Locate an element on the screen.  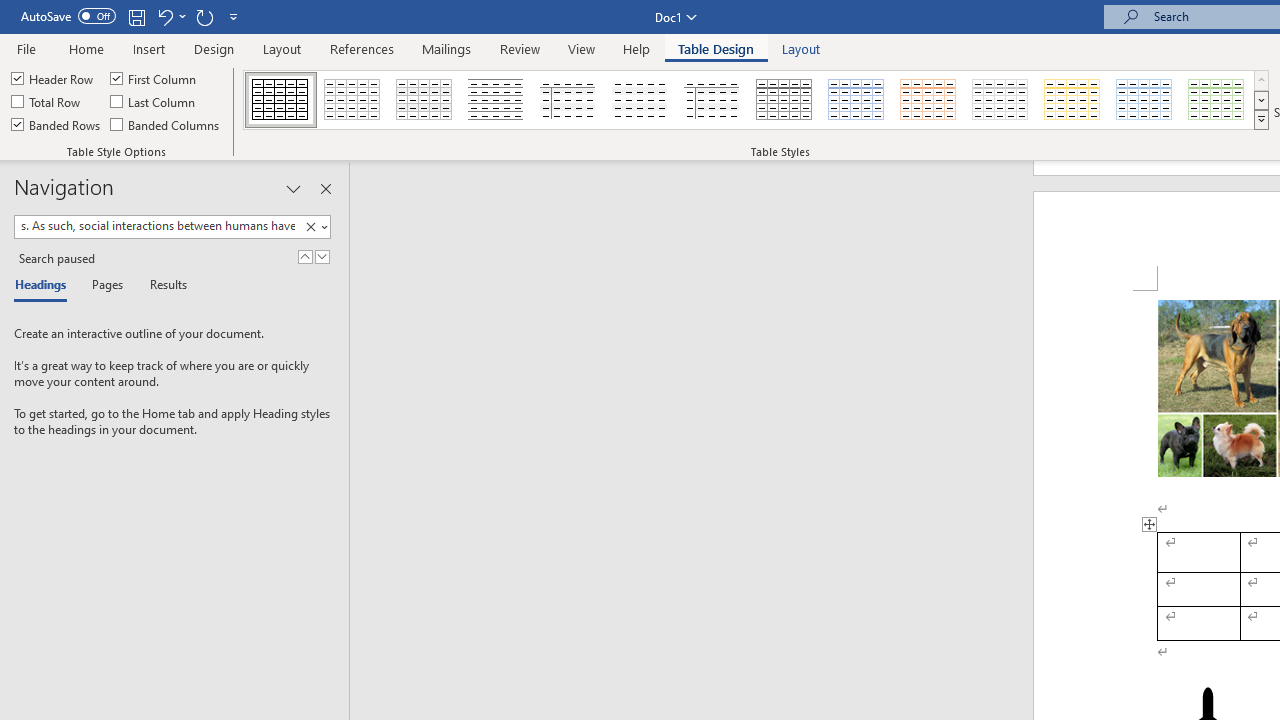
'Next Result' is located at coordinates (322, 256).